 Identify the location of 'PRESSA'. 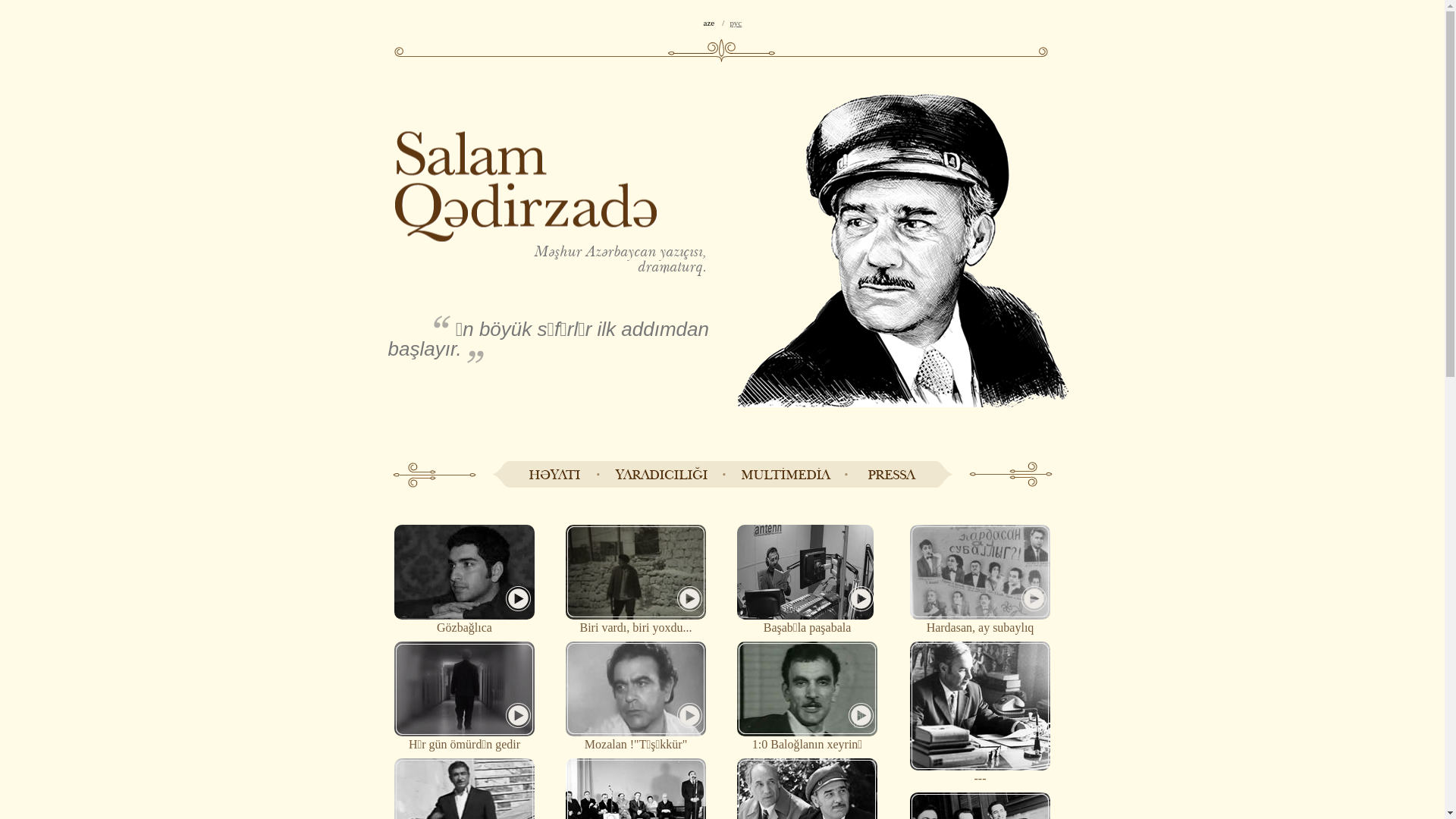
(890, 473).